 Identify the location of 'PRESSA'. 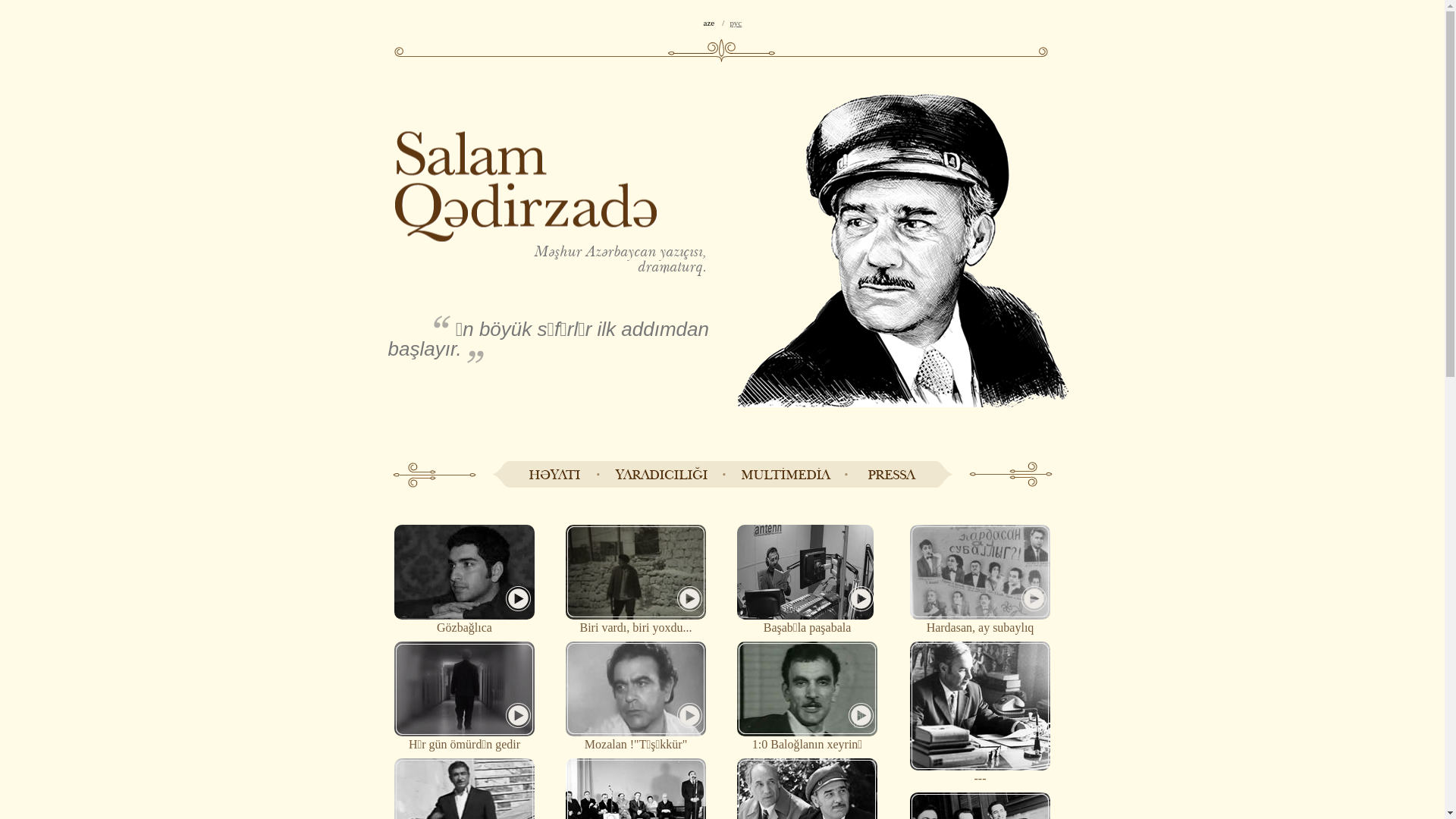
(890, 473).